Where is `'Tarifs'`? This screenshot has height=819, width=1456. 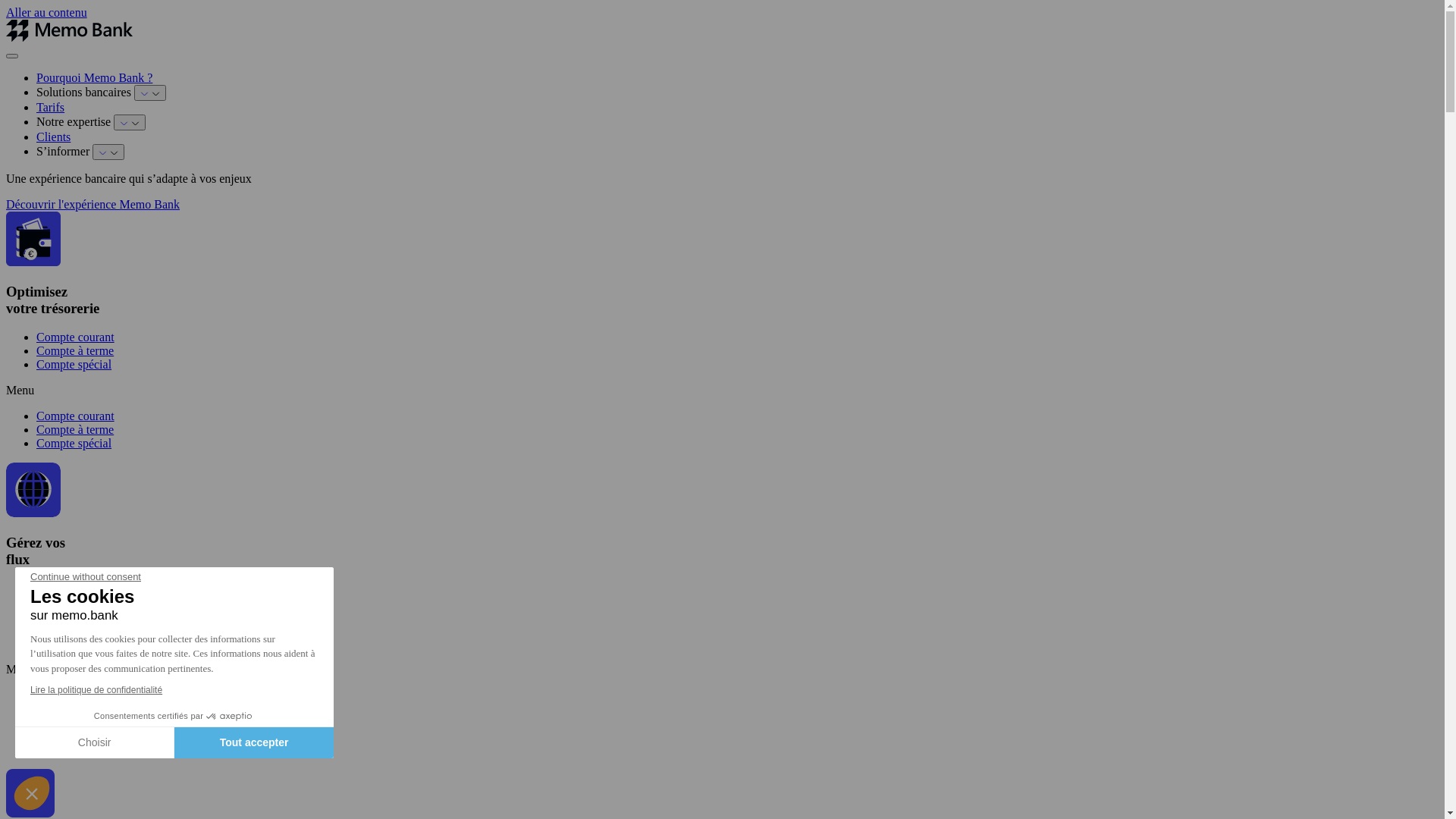 'Tarifs' is located at coordinates (50, 106).